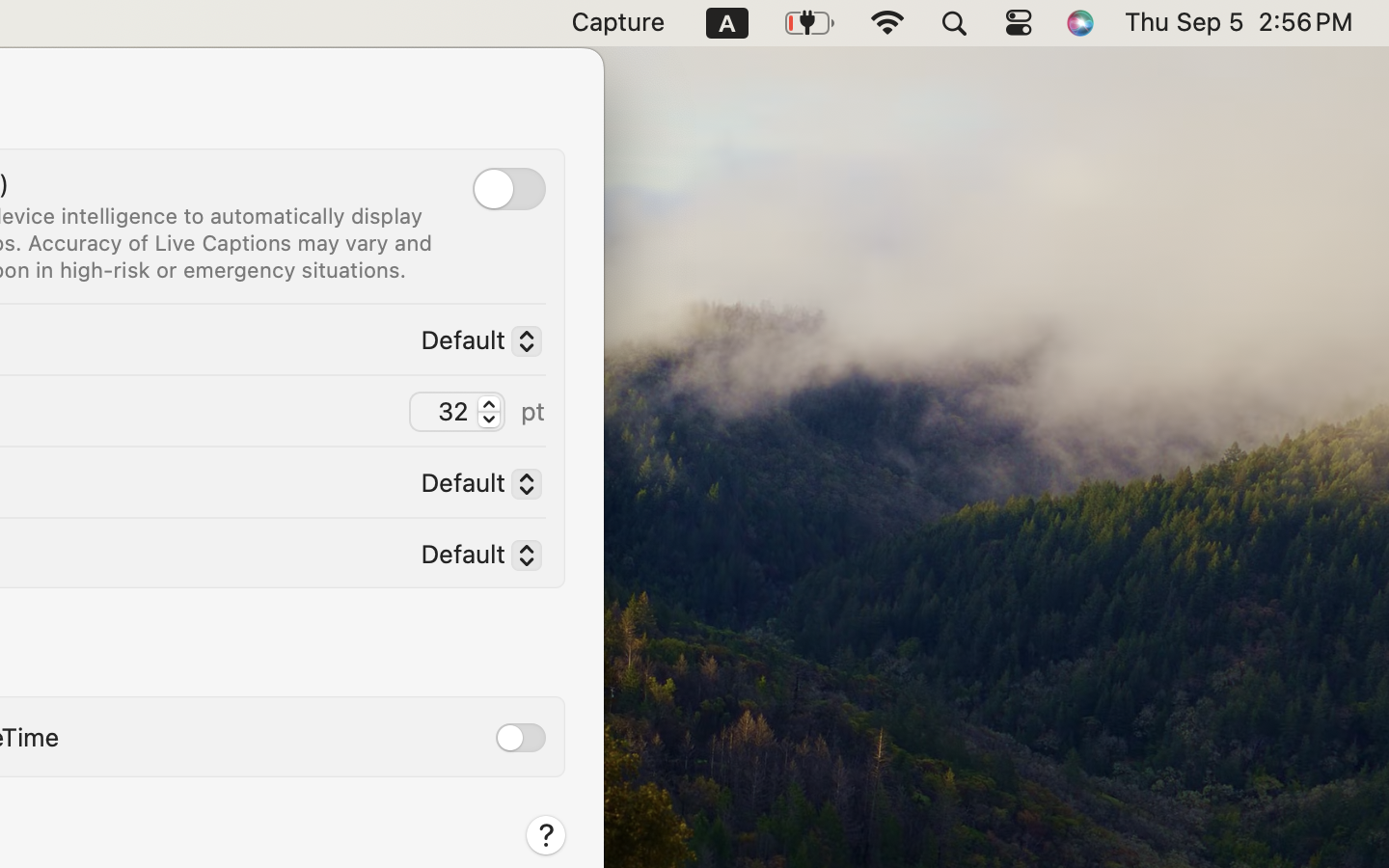 Image resolution: width=1389 pixels, height=868 pixels. What do you see at coordinates (487, 410) in the screenshot?
I see `'32.0'` at bounding box center [487, 410].